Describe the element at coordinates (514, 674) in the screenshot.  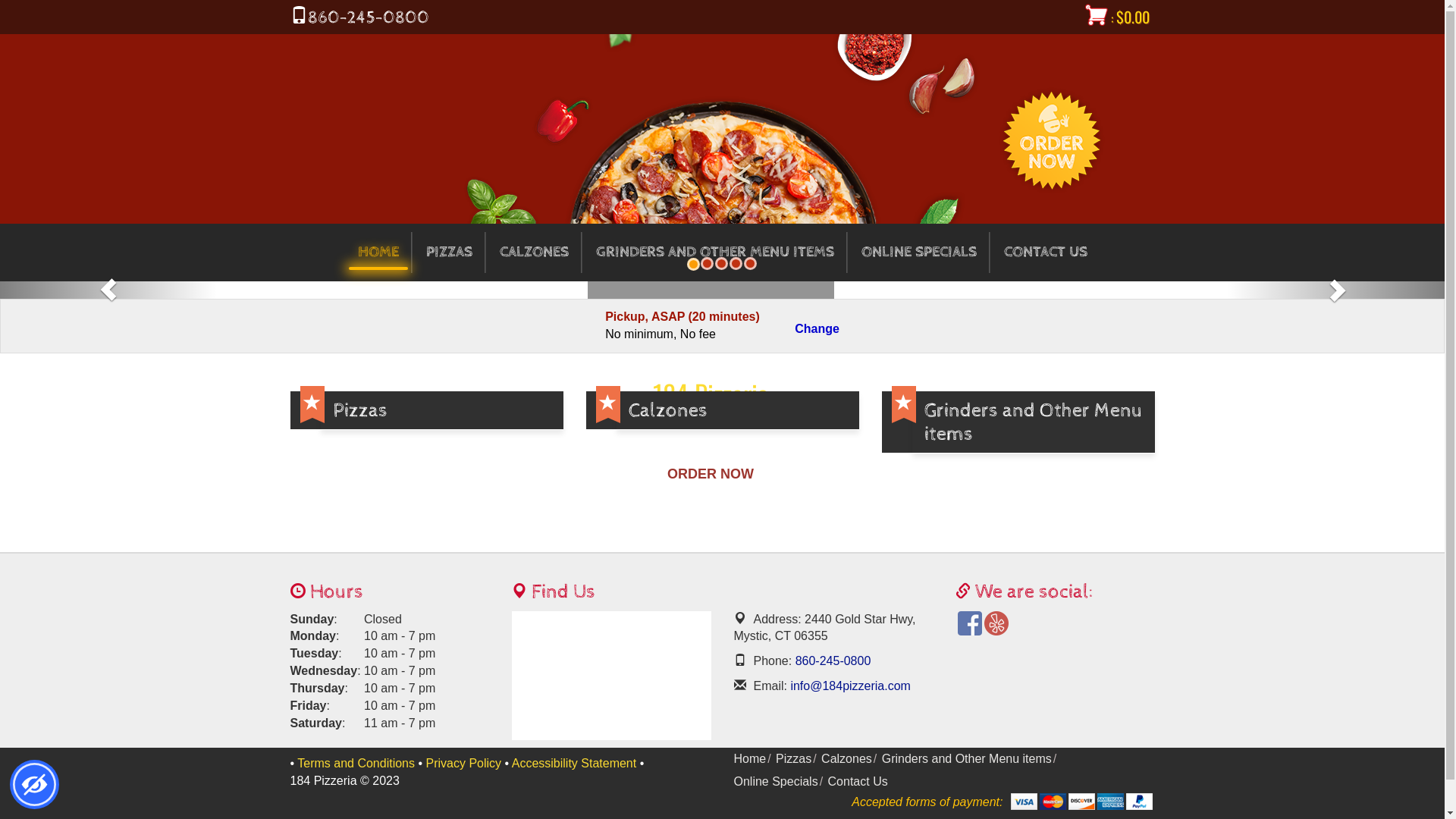
I see `'Maps'` at that location.